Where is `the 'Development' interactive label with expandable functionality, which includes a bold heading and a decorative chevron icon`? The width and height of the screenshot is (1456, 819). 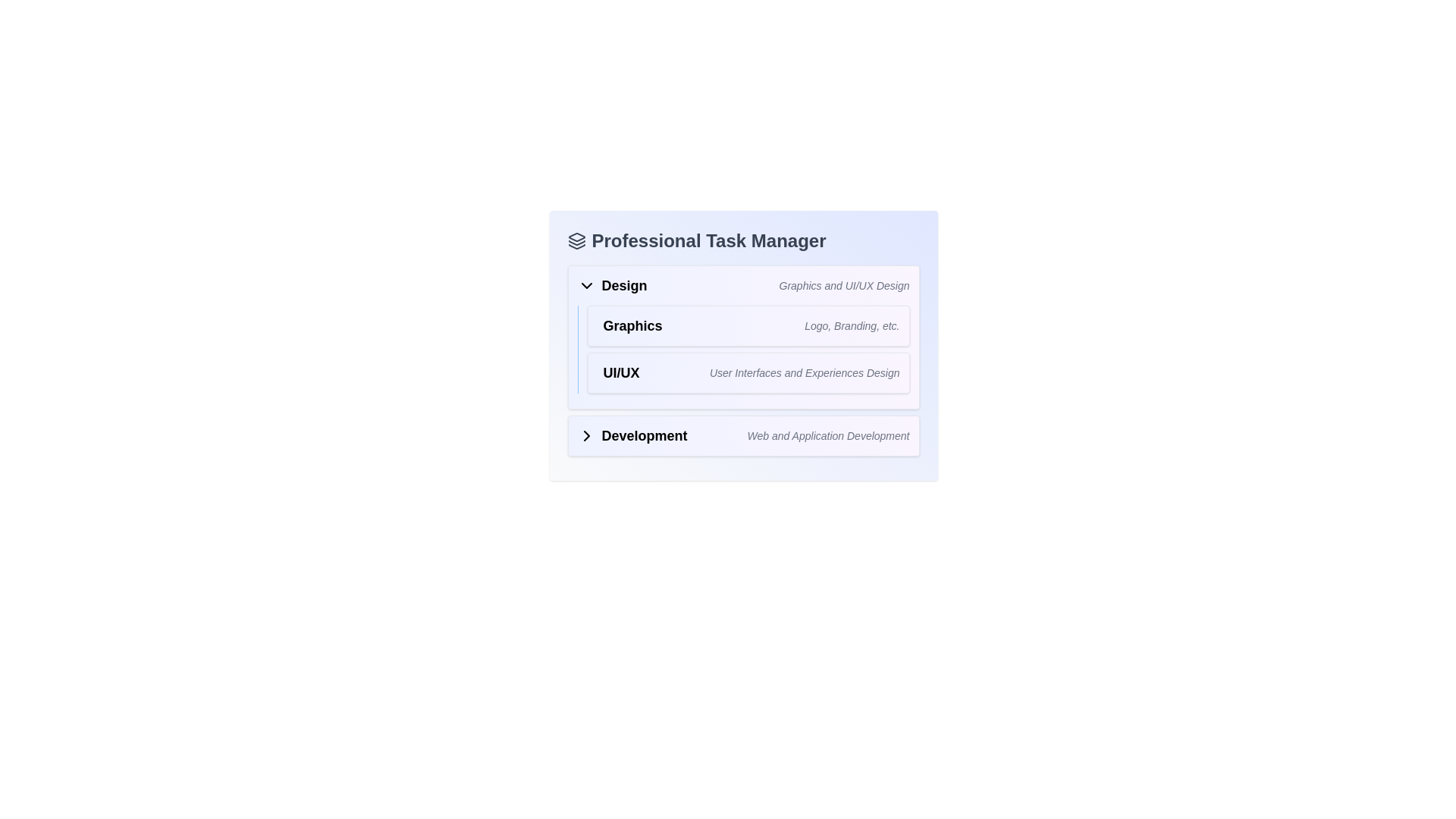 the 'Development' interactive label with expandable functionality, which includes a bold heading and a decorative chevron icon is located at coordinates (743, 435).